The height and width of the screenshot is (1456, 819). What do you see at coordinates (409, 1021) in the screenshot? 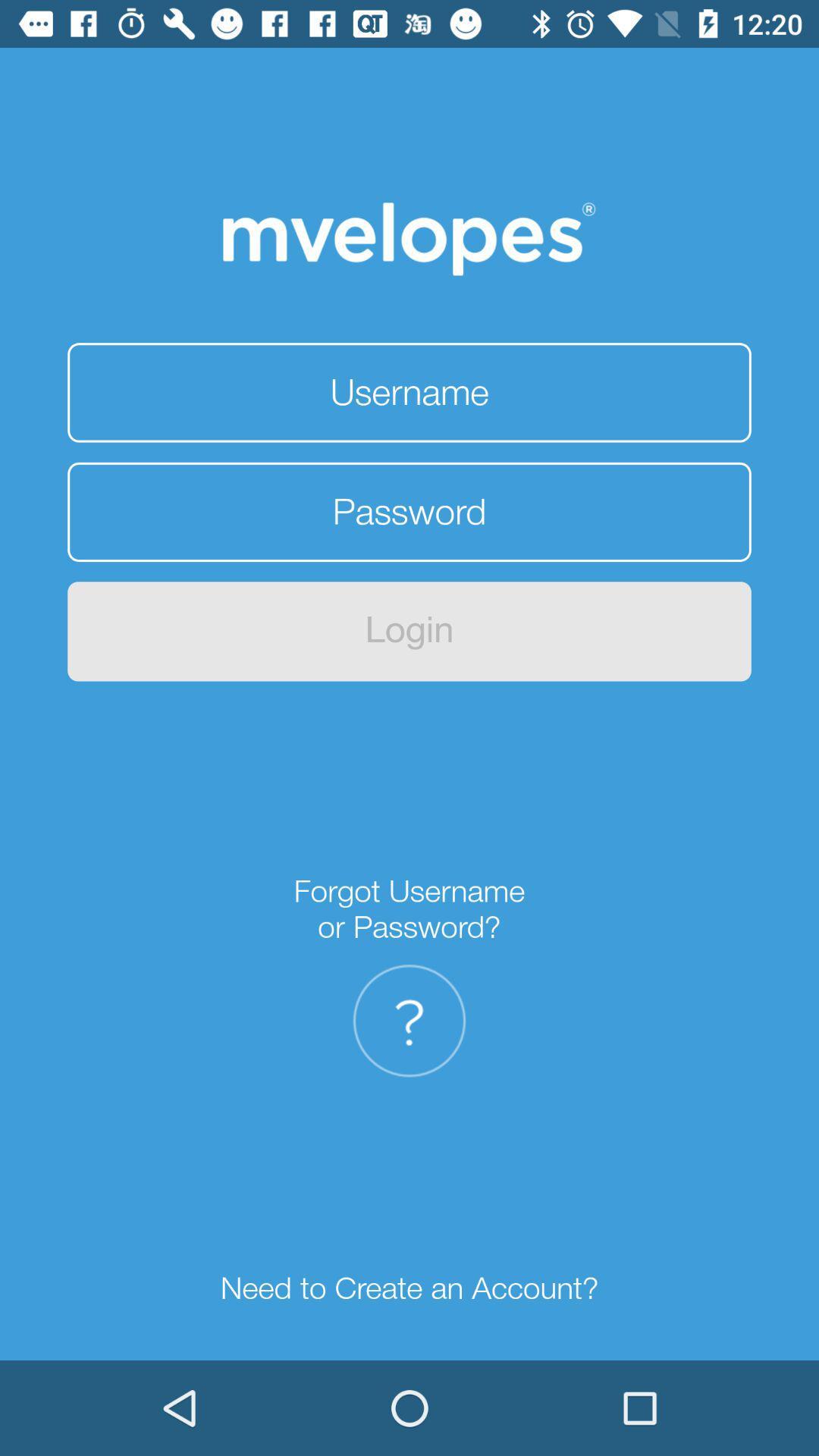
I see `in case of forgotten username or password` at bounding box center [409, 1021].